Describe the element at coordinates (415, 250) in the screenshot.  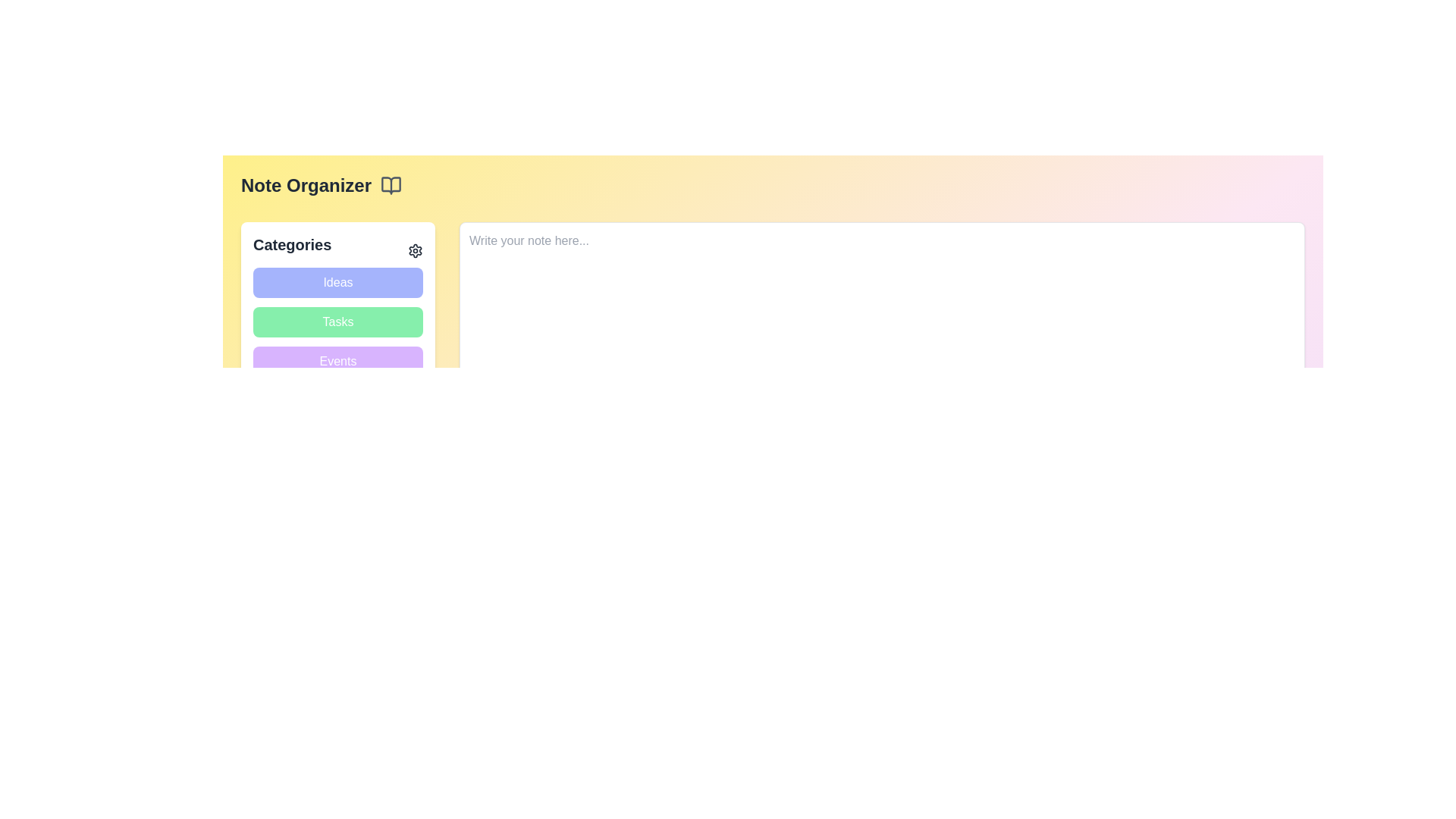
I see `the dark gray gear icon that signifies settings functionality, located adjacent to the 'Categories' label` at that location.